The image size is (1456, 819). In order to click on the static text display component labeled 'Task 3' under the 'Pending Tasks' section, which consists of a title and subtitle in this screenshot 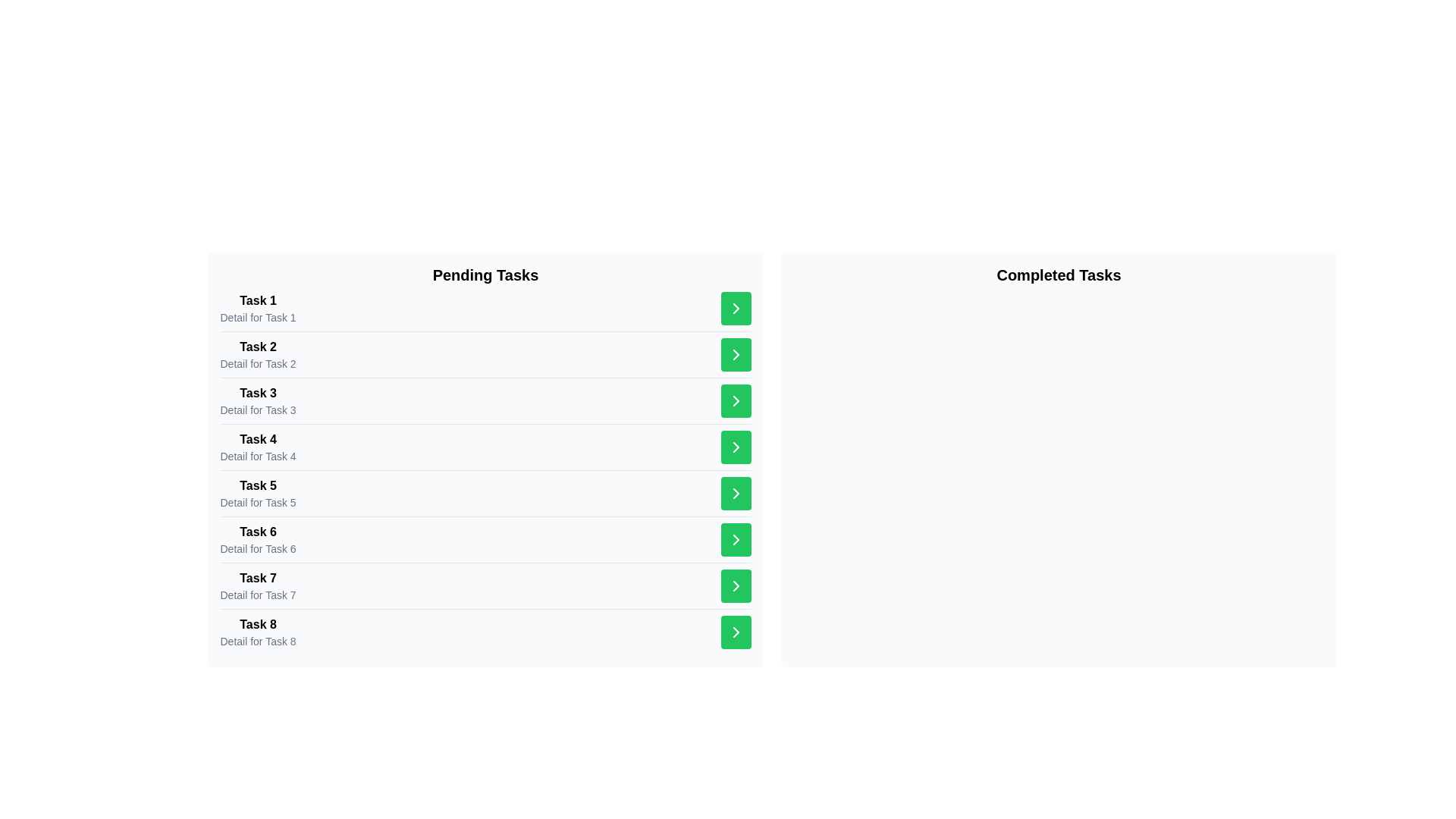, I will do `click(258, 400)`.